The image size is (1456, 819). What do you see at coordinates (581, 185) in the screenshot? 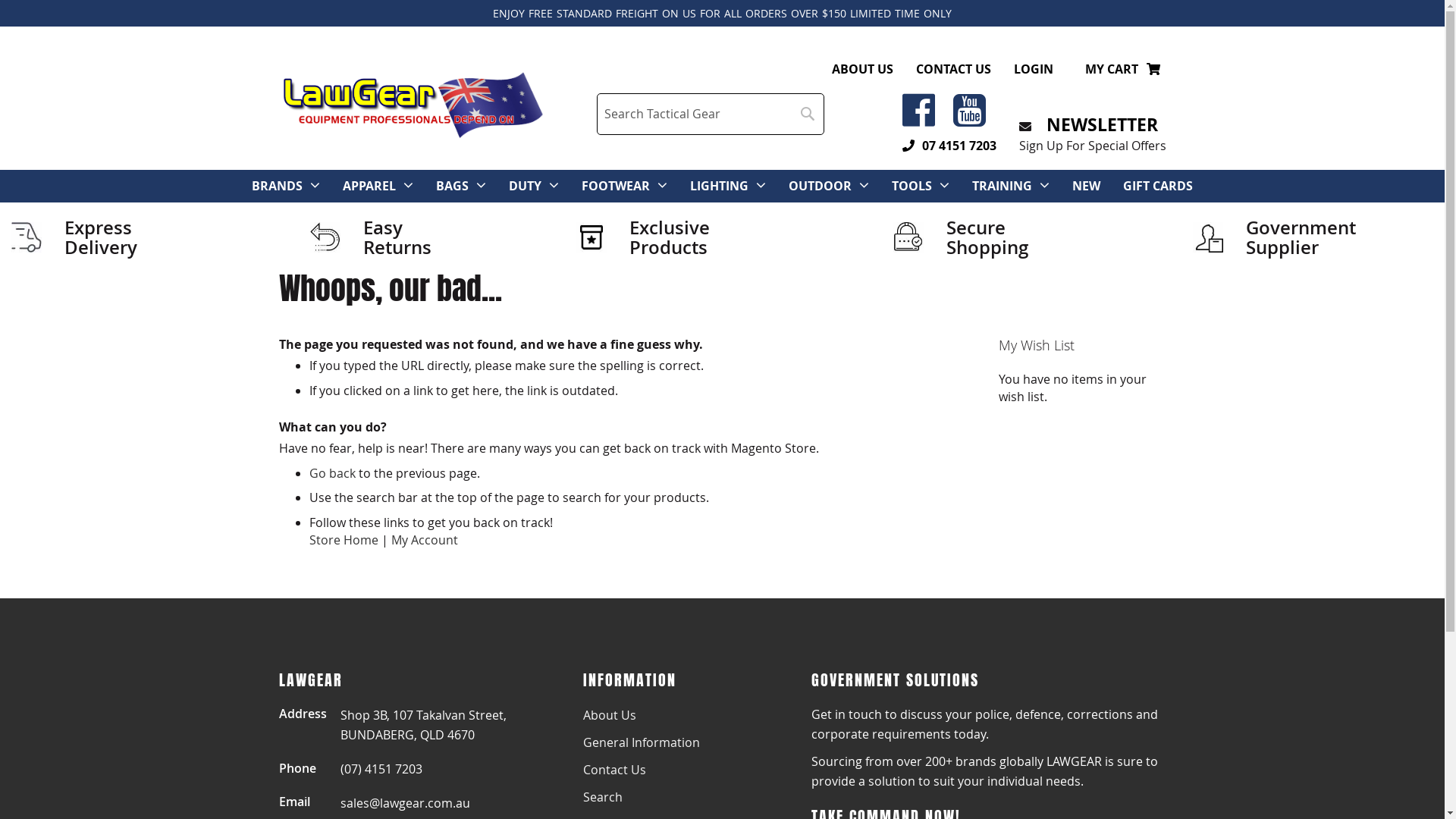
I see `'FOOTWEAR'` at bounding box center [581, 185].